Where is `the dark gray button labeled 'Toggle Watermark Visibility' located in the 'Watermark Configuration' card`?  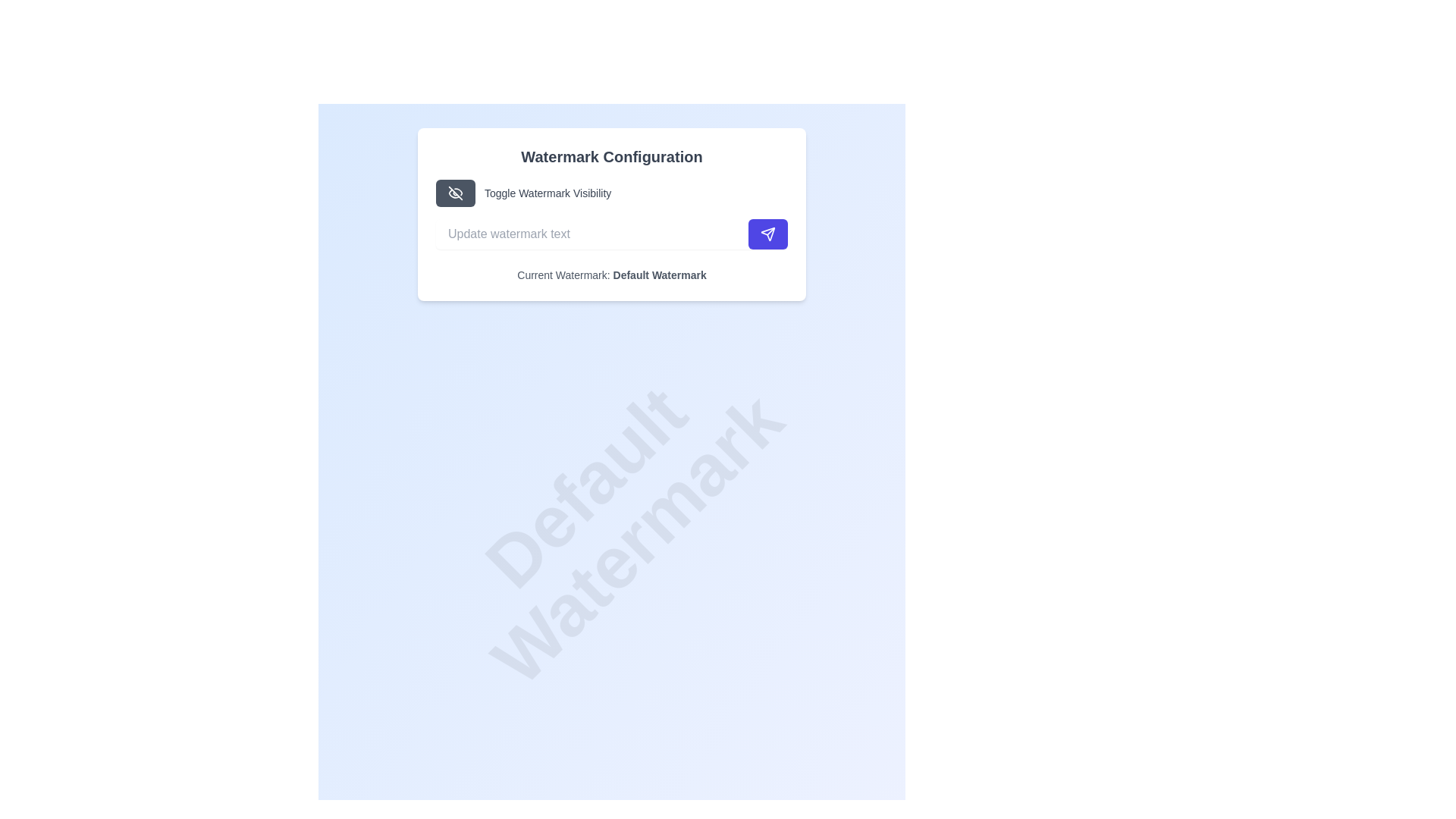
the dark gray button labeled 'Toggle Watermark Visibility' located in the 'Watermark Configuration' card is located at coordinates (611, 192).